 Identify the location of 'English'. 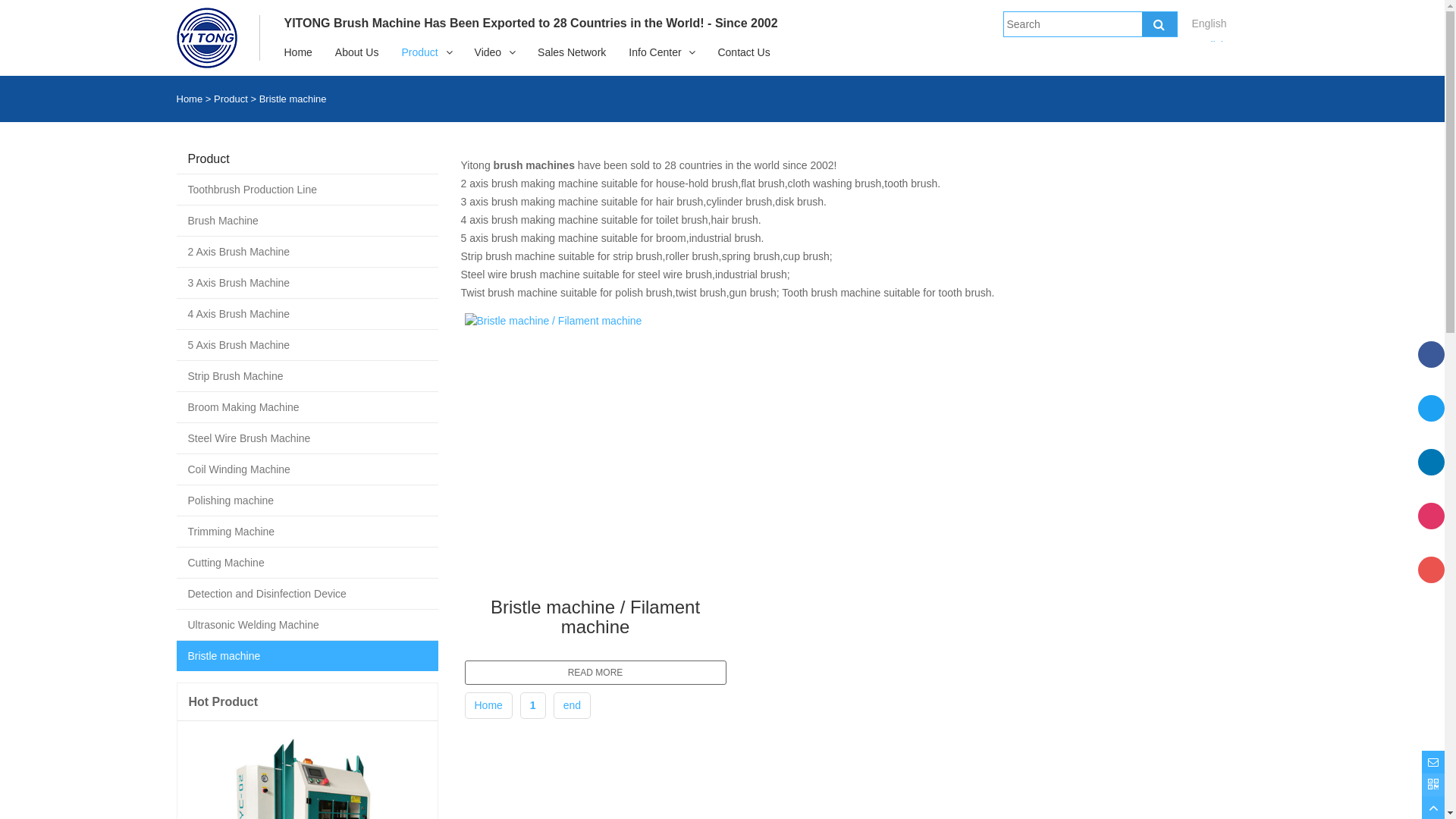
(1208, 45).